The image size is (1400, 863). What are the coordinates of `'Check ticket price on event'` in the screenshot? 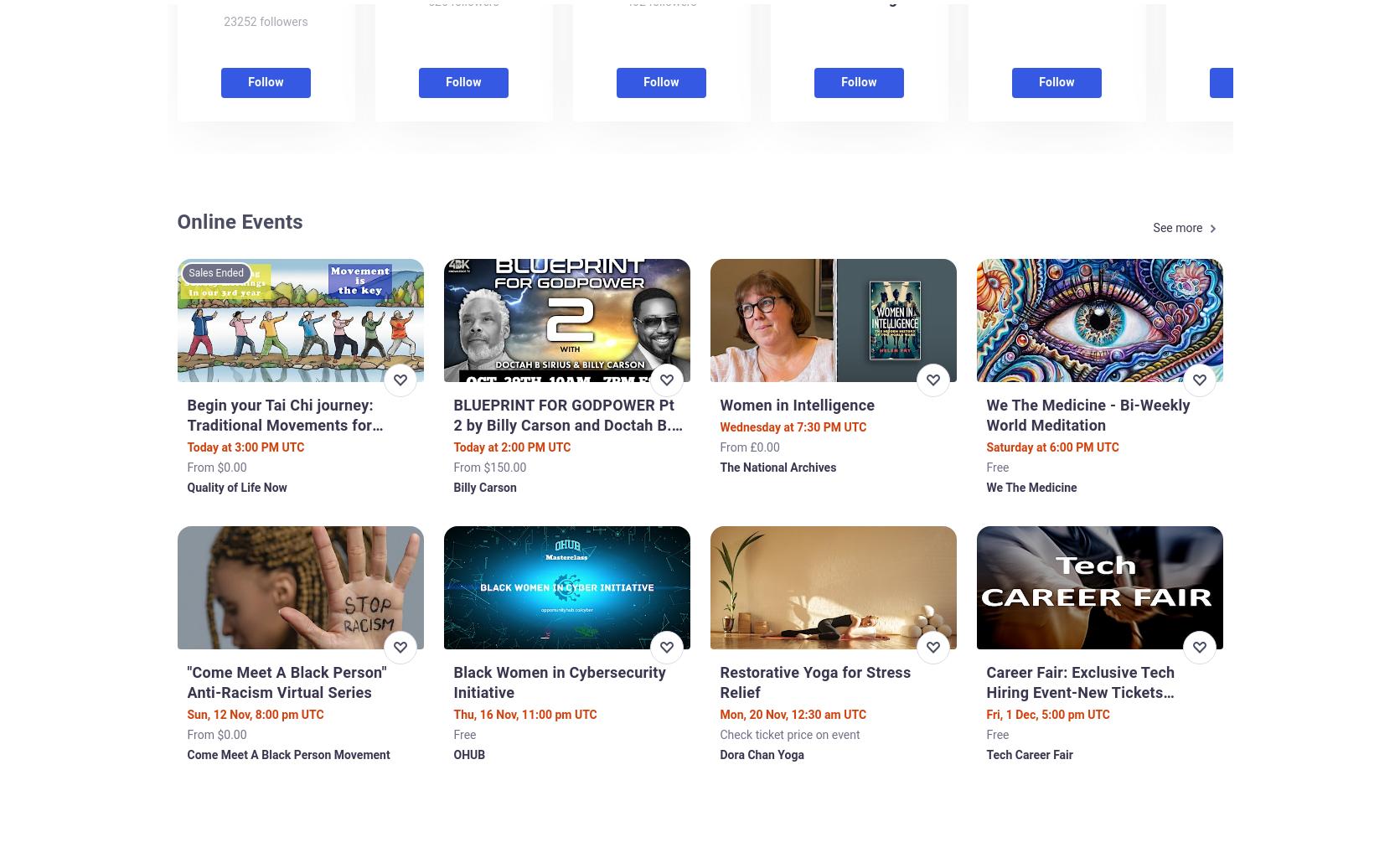 It's located at (789, 734).